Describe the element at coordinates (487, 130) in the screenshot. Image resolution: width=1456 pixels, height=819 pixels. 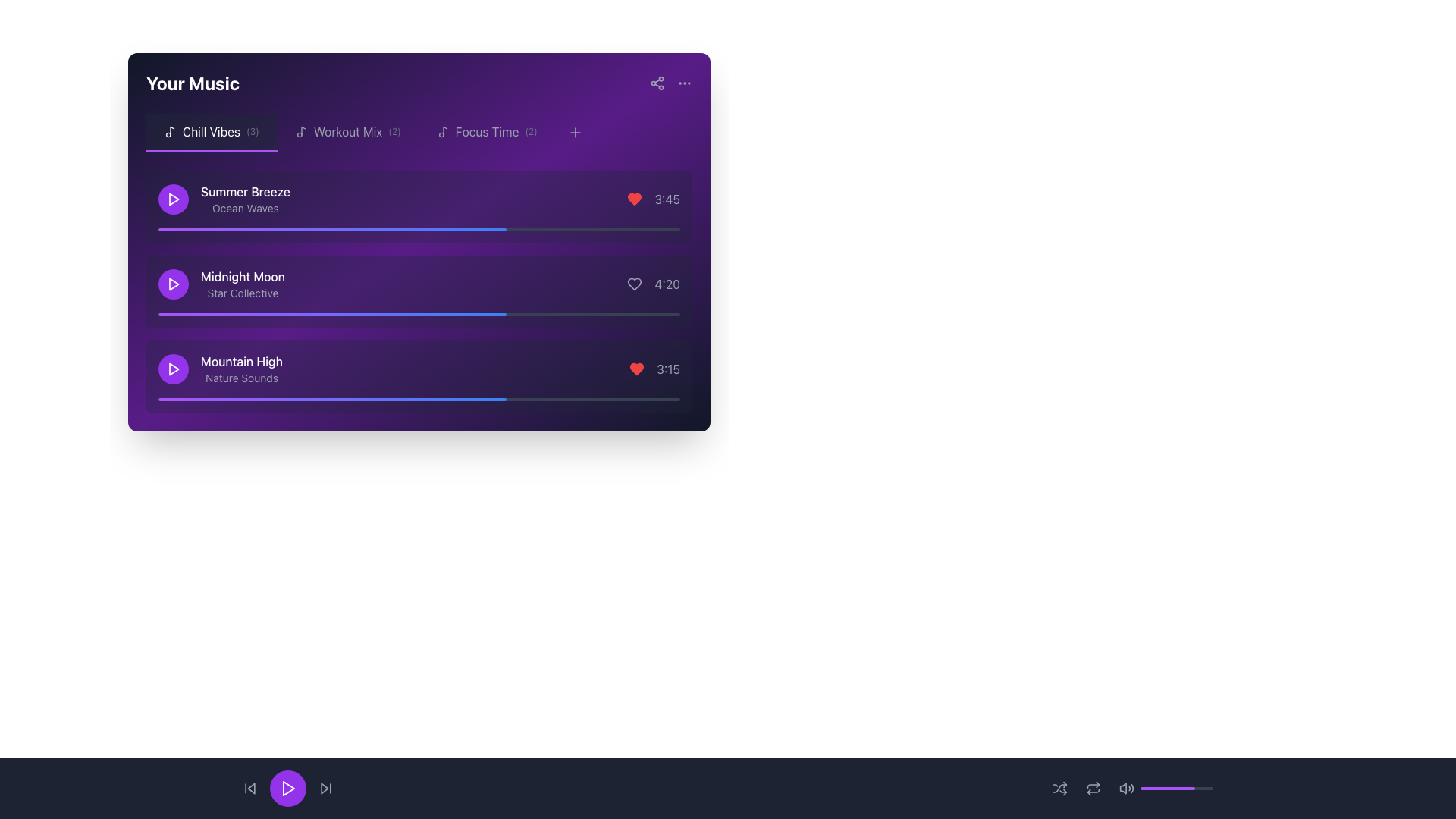
I see `the 'Focus Time' text label, which is the third item in the horizontal list at the top of the music interface` at that location.